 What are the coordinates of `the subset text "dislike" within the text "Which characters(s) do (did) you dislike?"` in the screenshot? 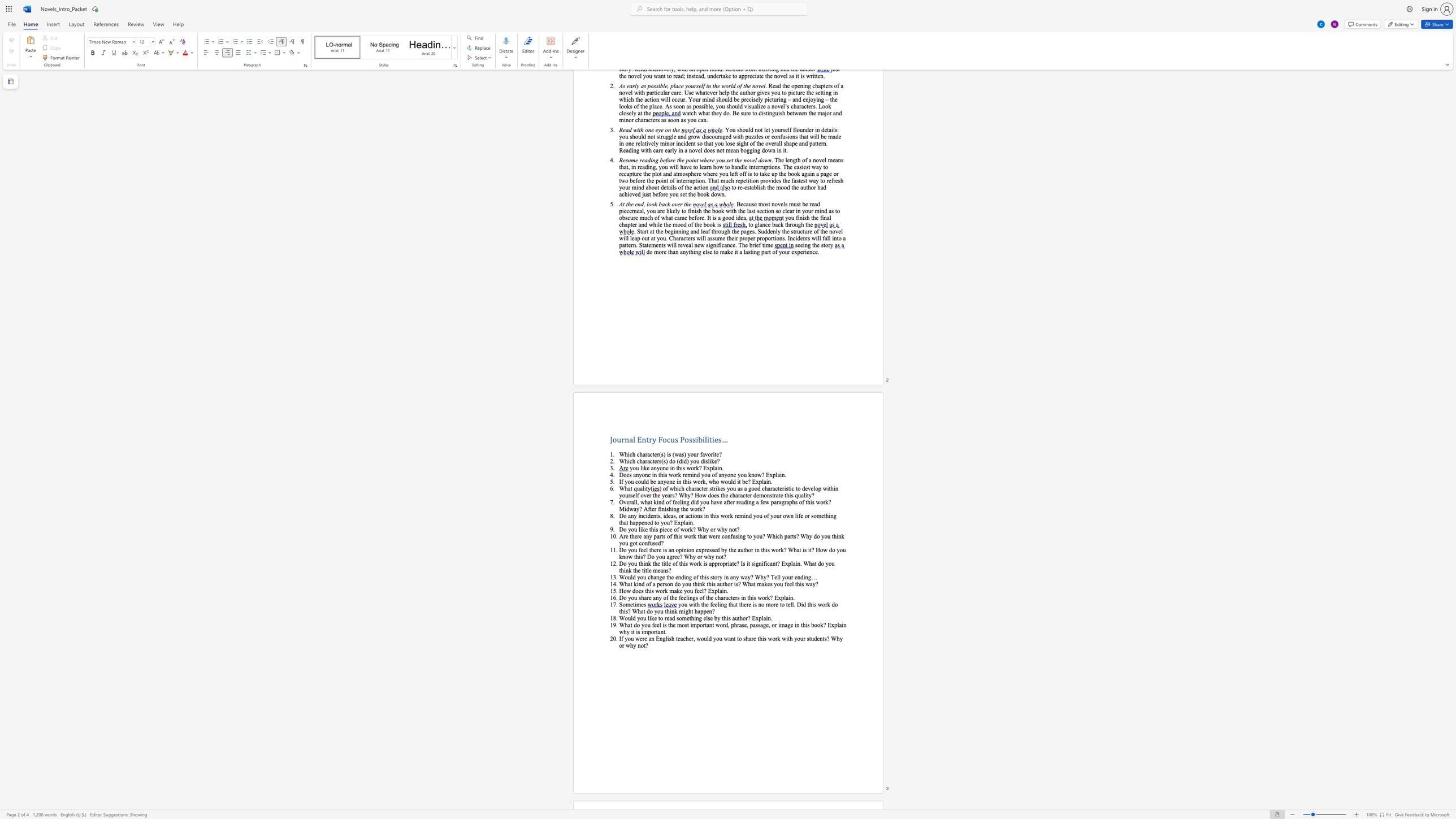 It's located at (700, 460).